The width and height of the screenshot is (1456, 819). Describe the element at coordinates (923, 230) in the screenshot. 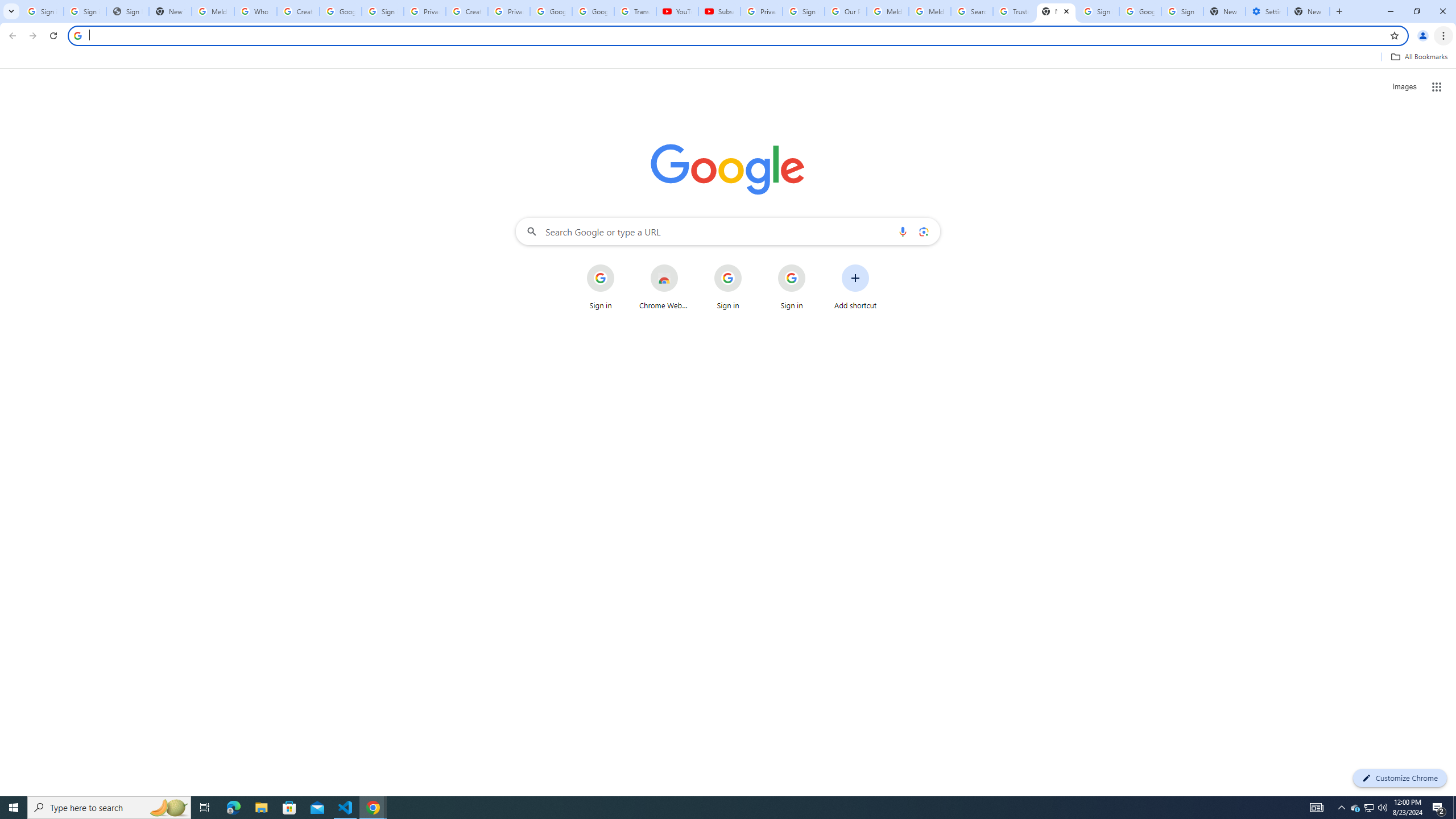

I see `'Search by image'` at that location.